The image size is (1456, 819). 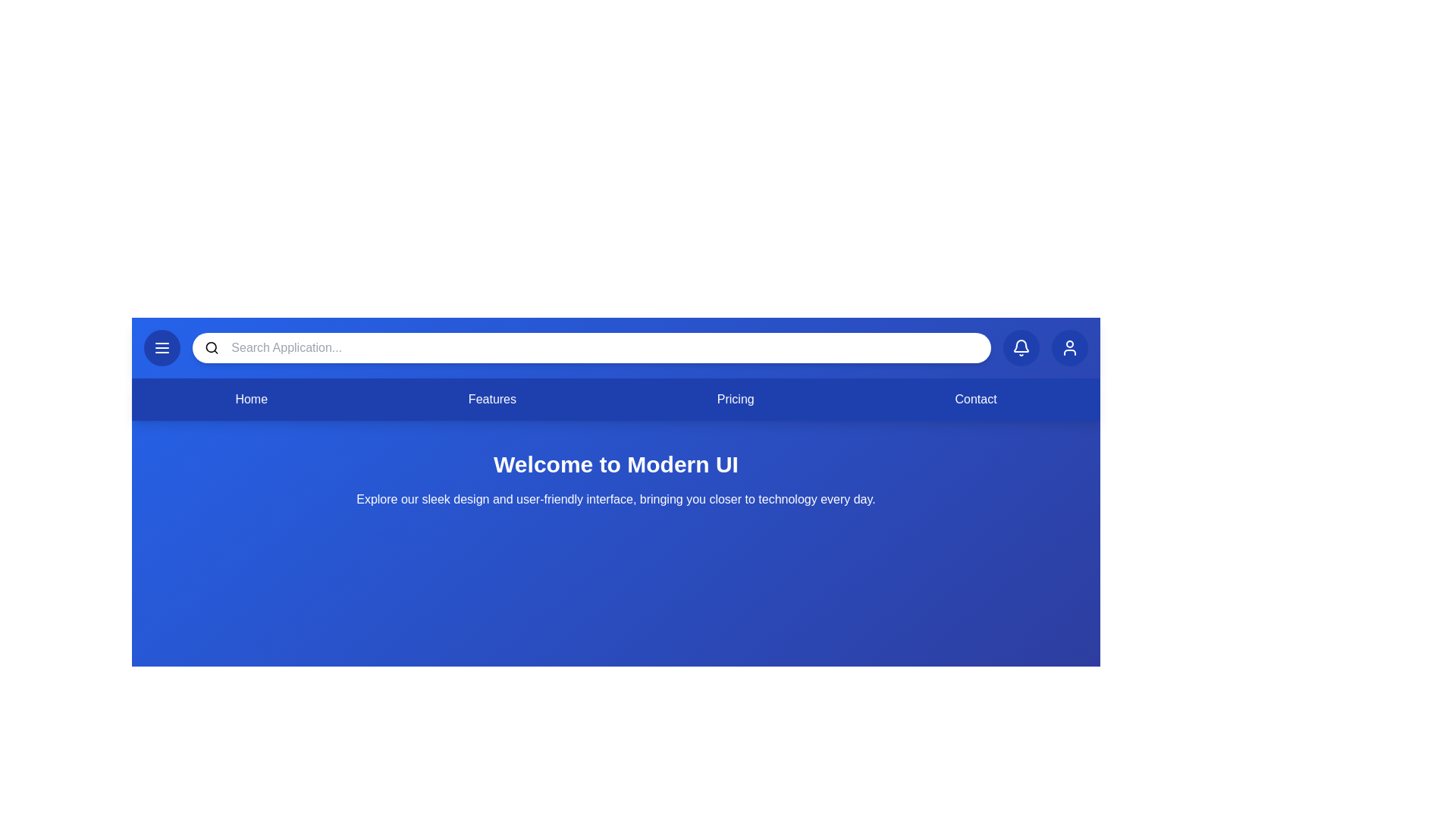 I want to click on notification button to view alerts, so click(x=1021, y=348).